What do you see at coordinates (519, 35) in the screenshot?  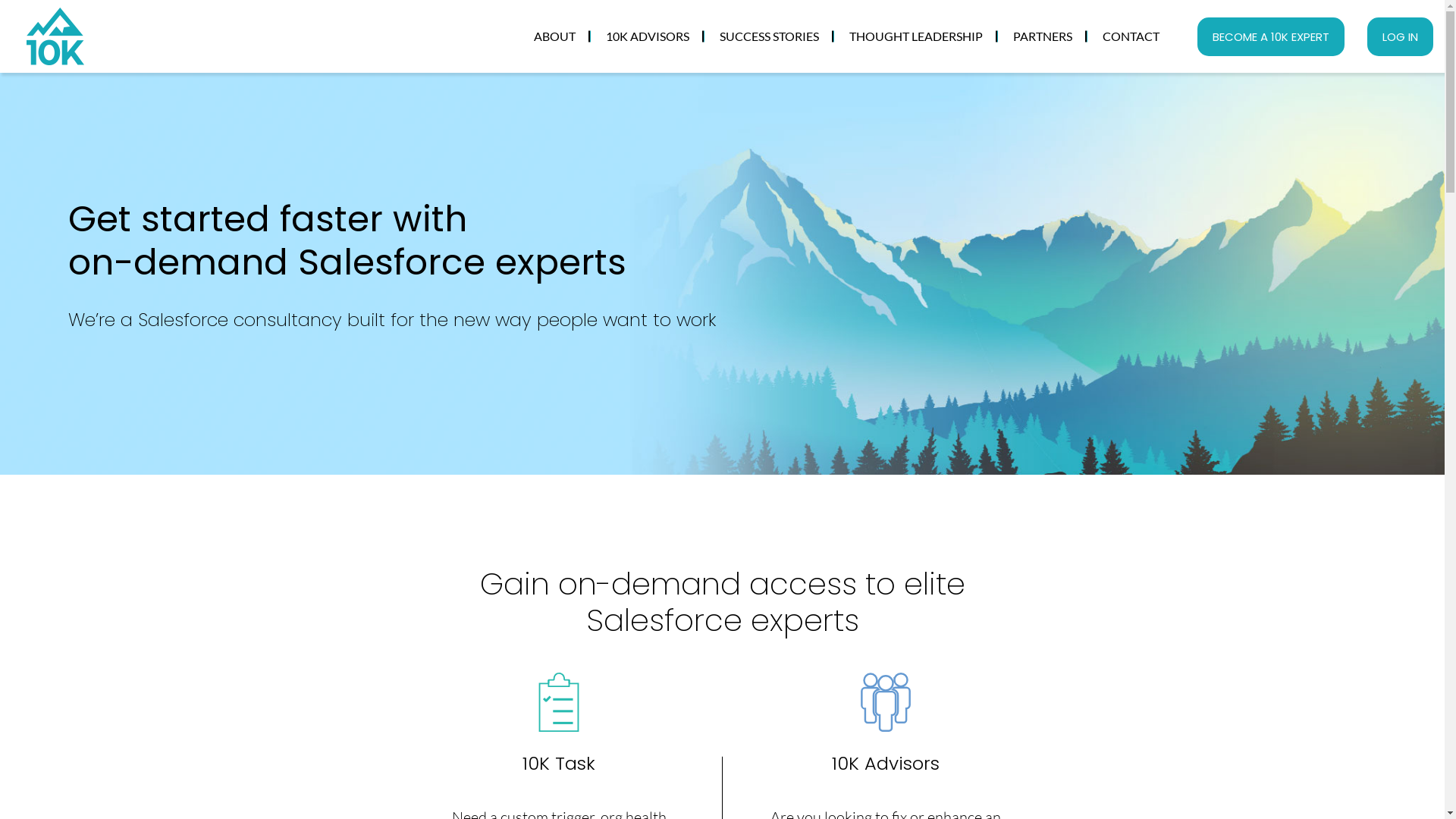 I see `'ABOUT'` at bounding box center [519, 35].